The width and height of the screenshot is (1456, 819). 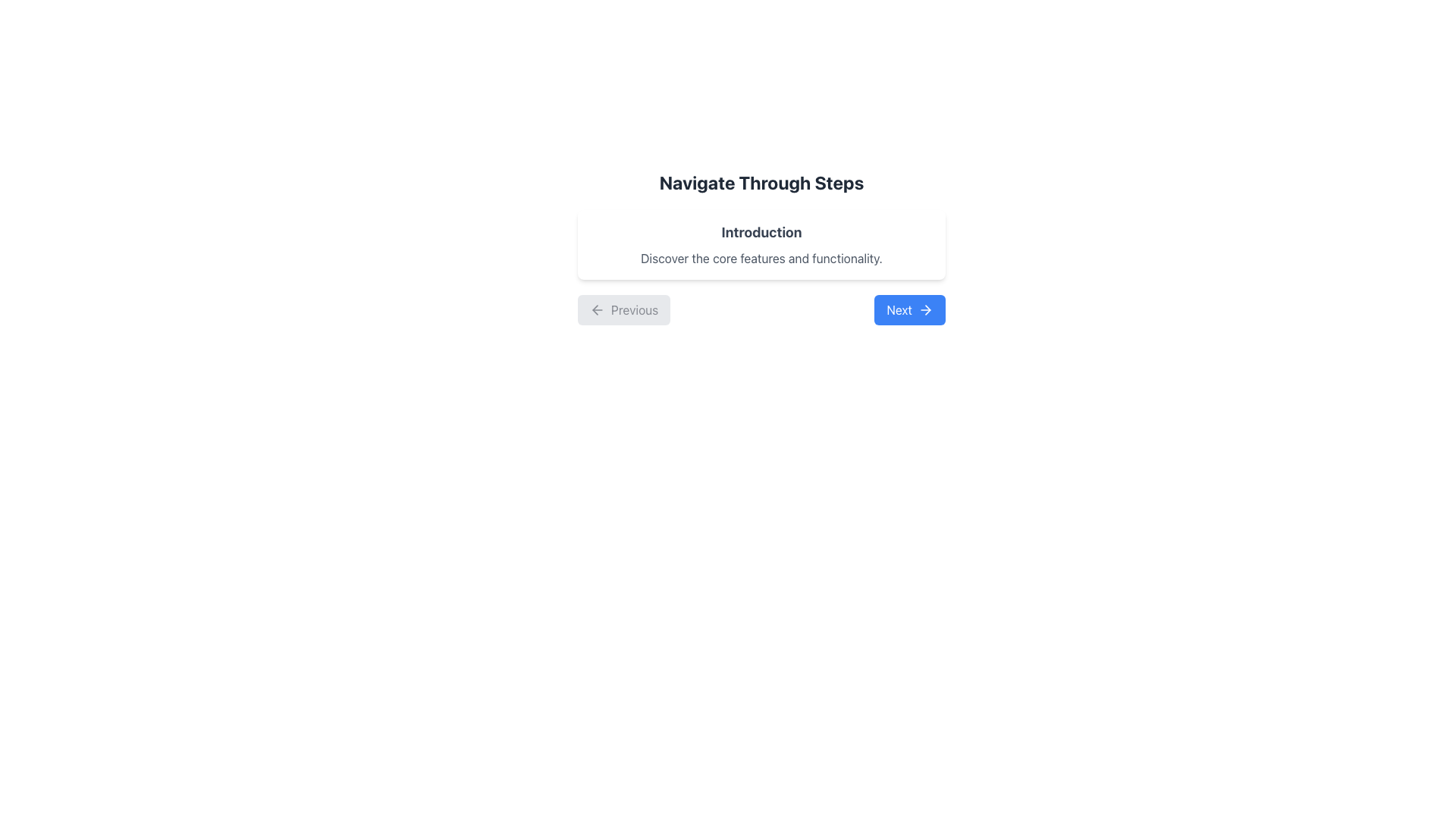 I want to click on the arrow icon located within the 'Next' button, which is positioned on the right side of the horizontal navigation panel near the bottom-right corner of the main content area, so click(x=924, y=309).